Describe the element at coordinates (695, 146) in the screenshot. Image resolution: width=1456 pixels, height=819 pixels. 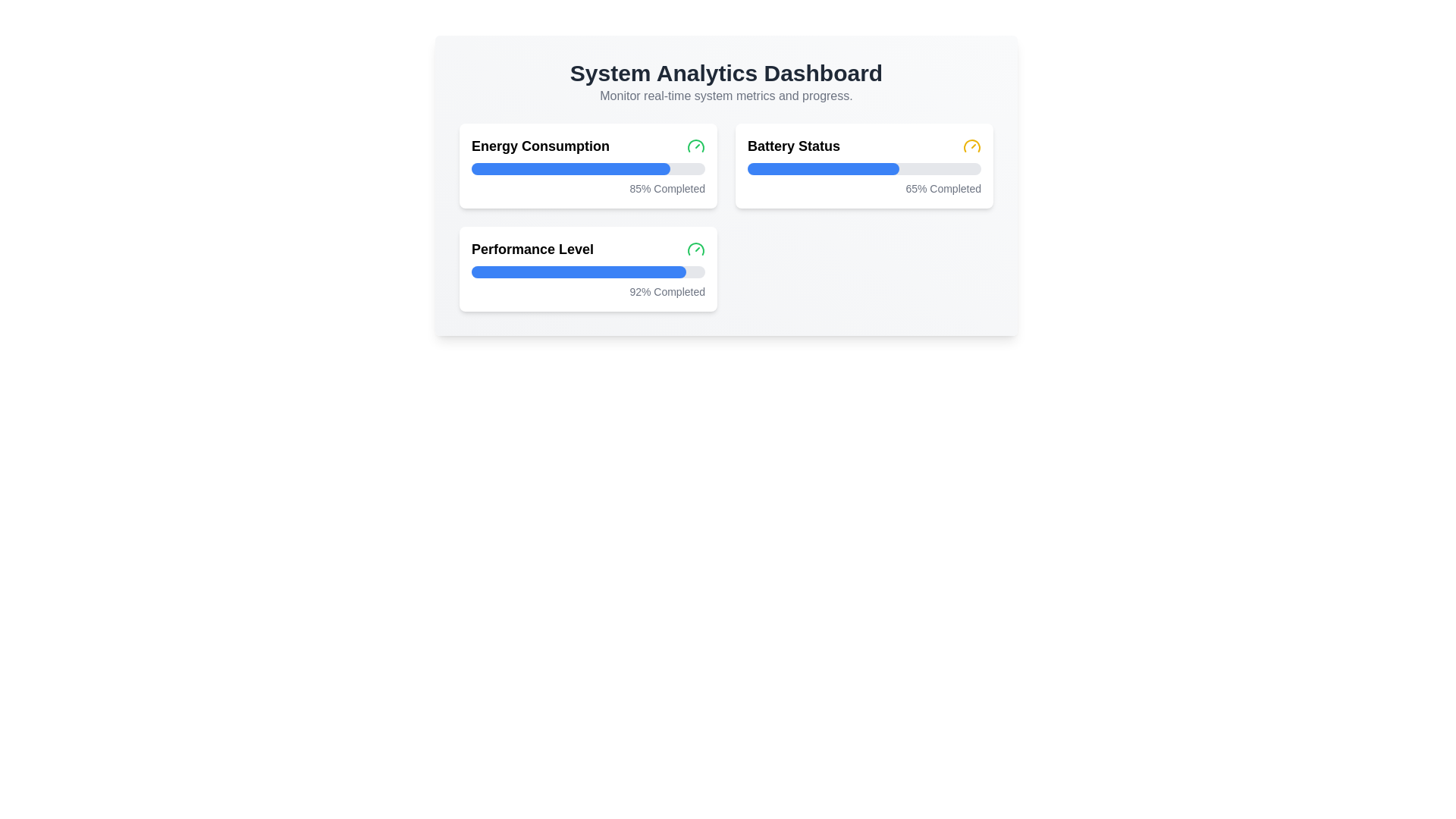
I see `the circular gauge icon with a green outline located in the top-right corner of the 'Energy Consumption' card` at that location.